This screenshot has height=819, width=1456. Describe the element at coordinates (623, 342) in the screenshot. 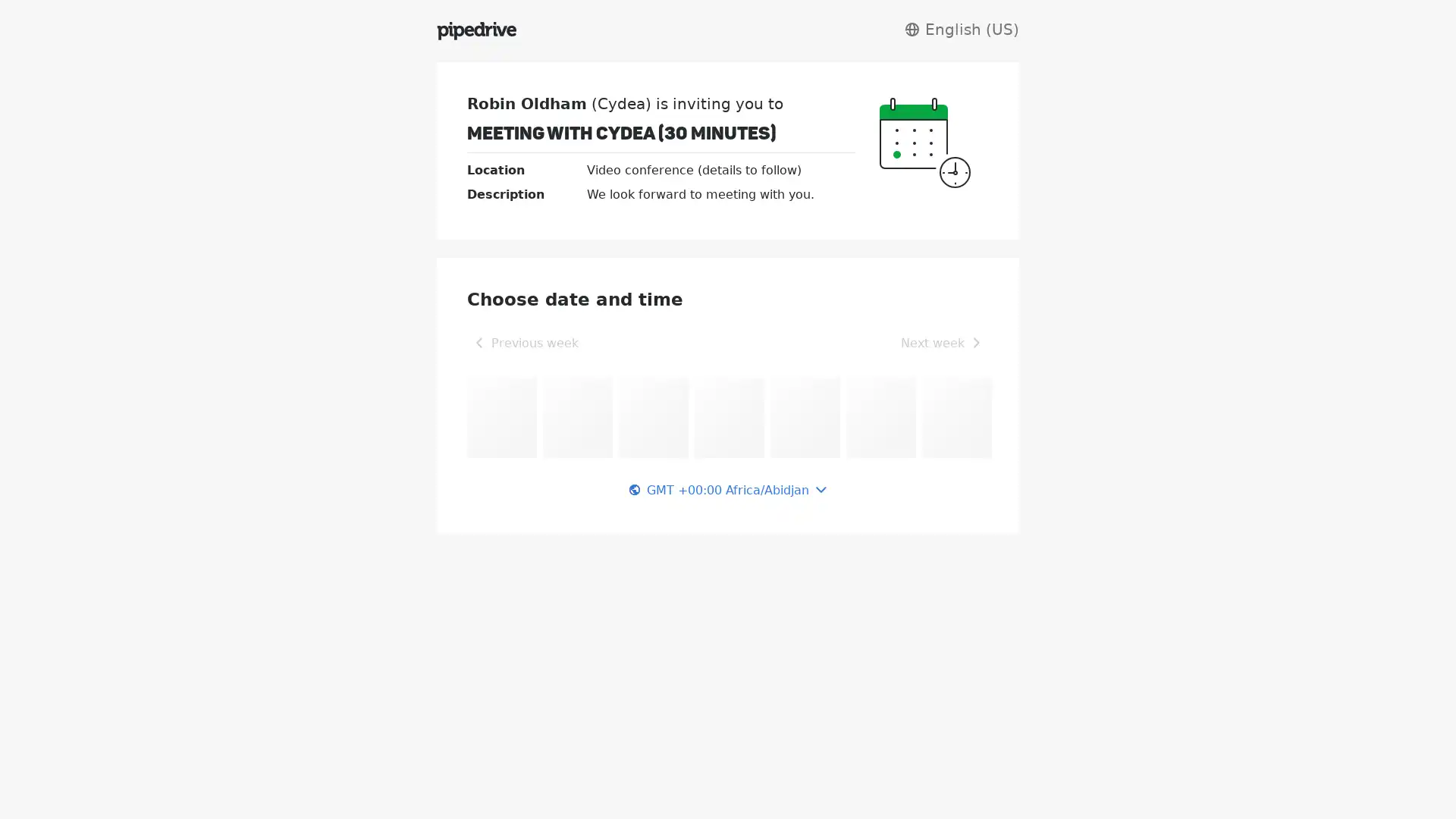

I see `Today` at that location.